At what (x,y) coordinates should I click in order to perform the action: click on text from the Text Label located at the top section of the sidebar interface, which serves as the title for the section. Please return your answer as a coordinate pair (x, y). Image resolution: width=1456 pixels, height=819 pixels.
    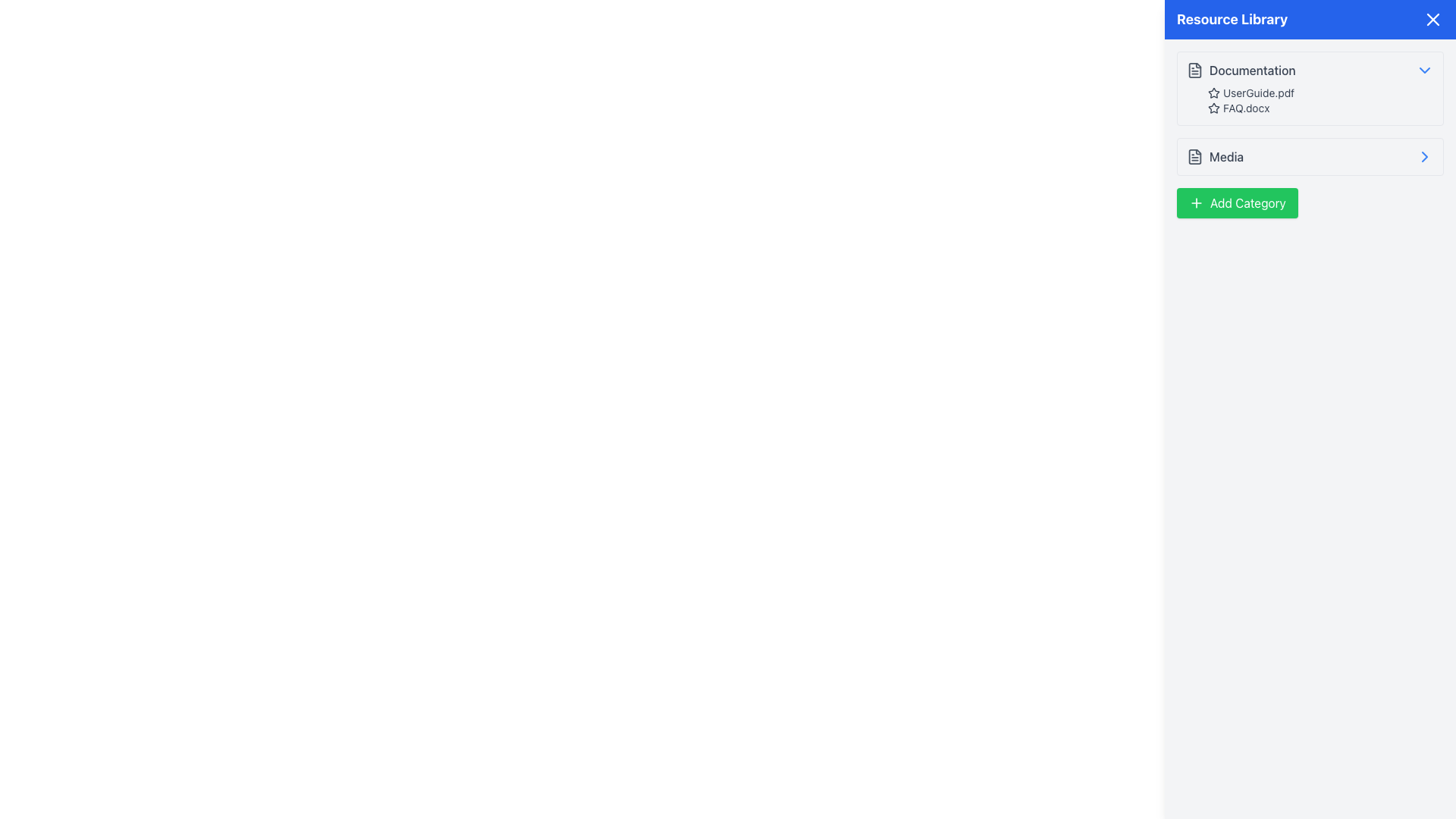
    Looking at the image, I should click on (1232, 20).